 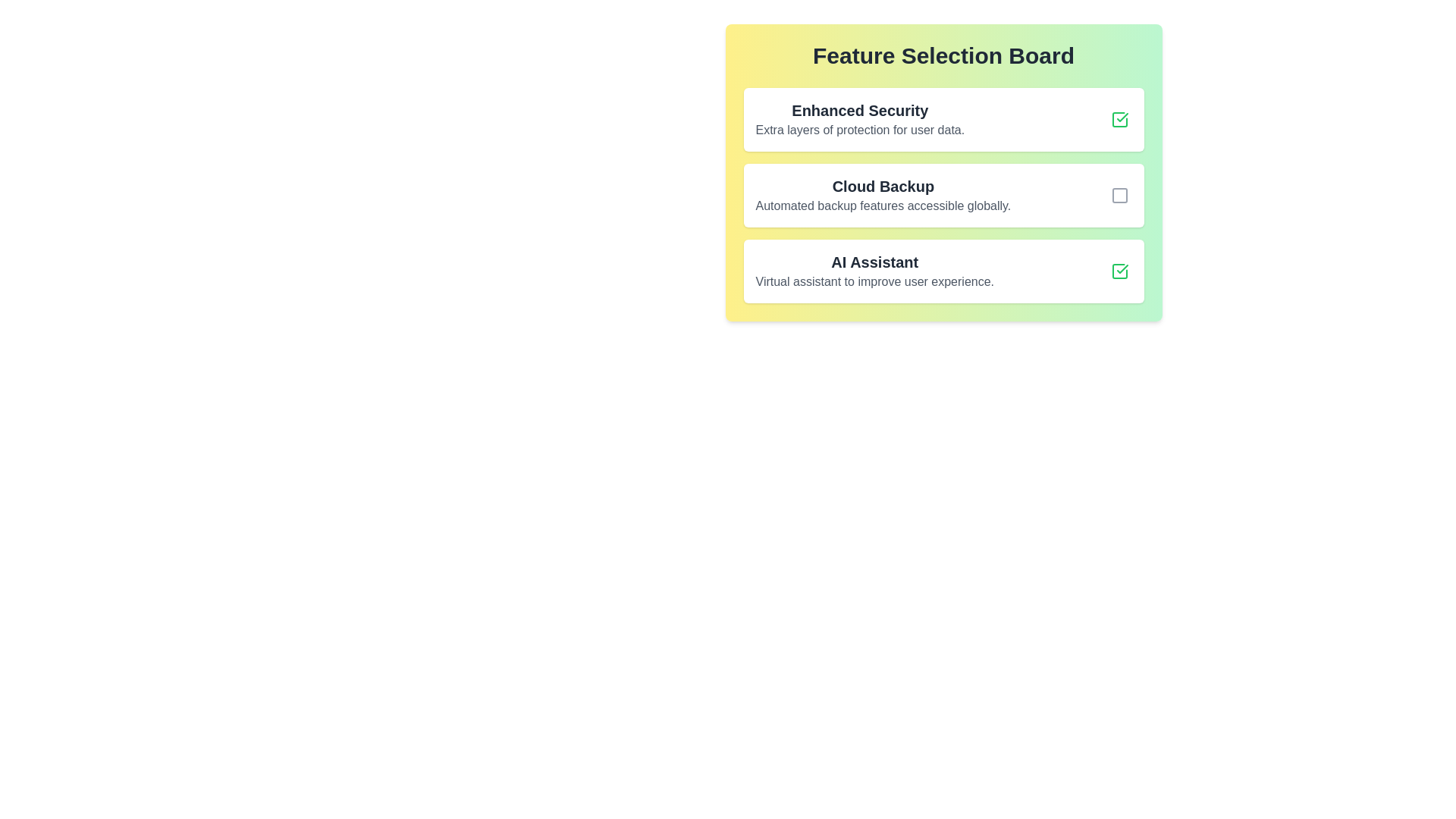 I want to click on the SVG graphic checkmark icon that indicates the selection or completion of the 'AI Assistant' list item in the 'Feature Selection Board' UI section, so click(x=1122, y=116).